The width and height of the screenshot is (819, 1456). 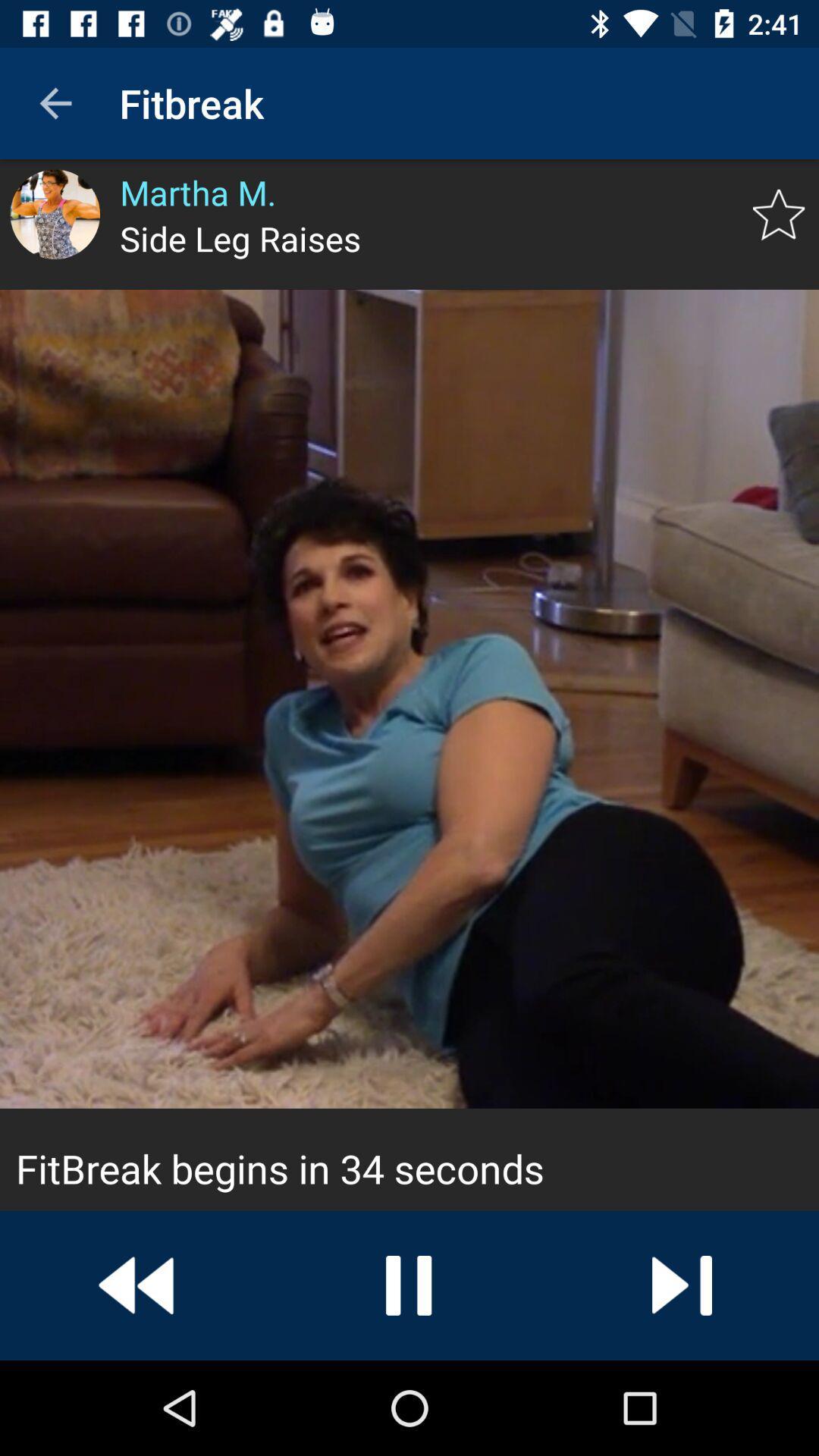 What do you see at coordinates (55, 102) in the screenshot?
I see `the icon to the left of the fitbreak item` at bounding box center [55, 102].